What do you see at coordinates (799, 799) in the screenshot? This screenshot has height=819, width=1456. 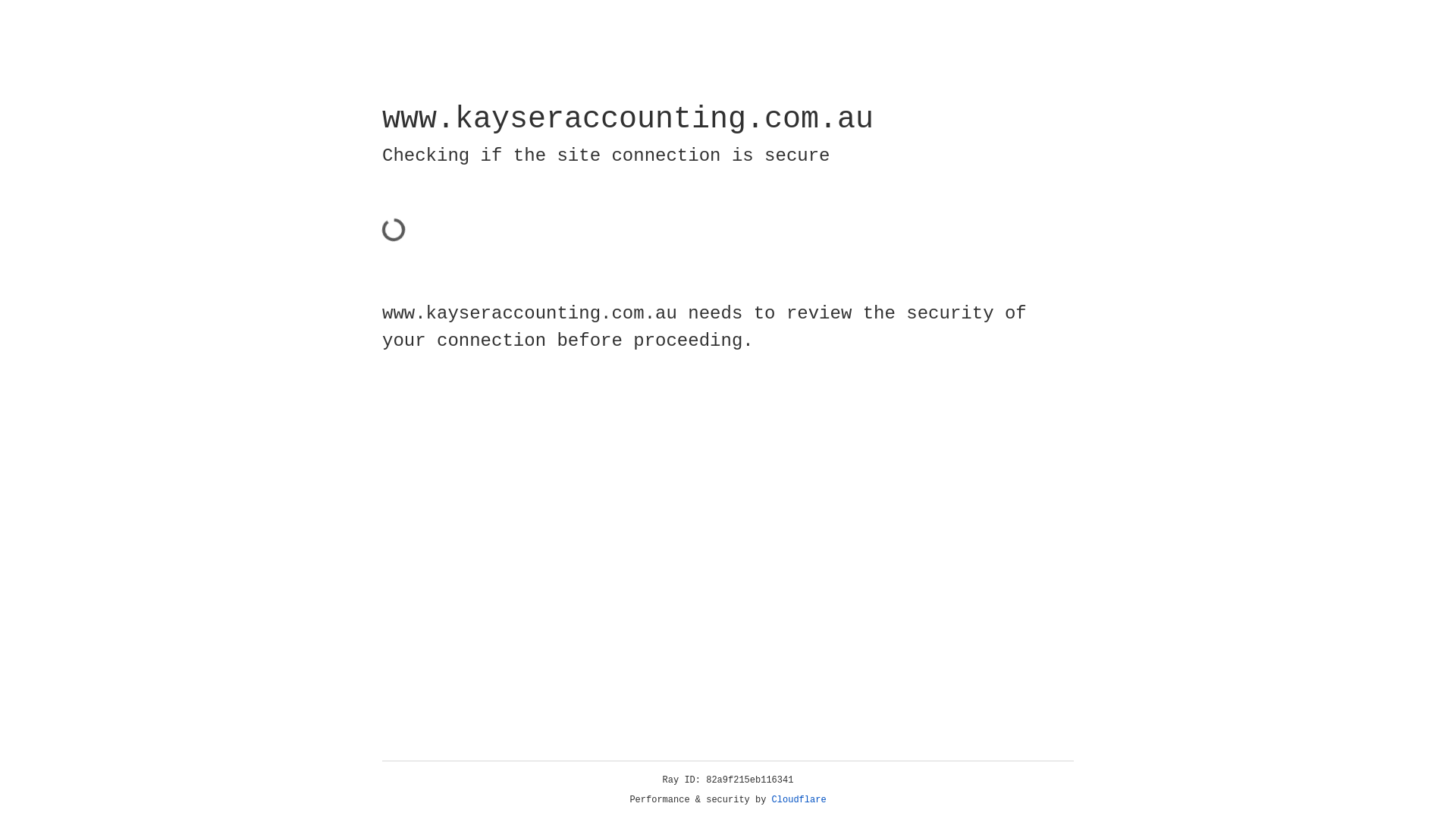 I see `'Cloudflare'` at bounding box center [799, 799].